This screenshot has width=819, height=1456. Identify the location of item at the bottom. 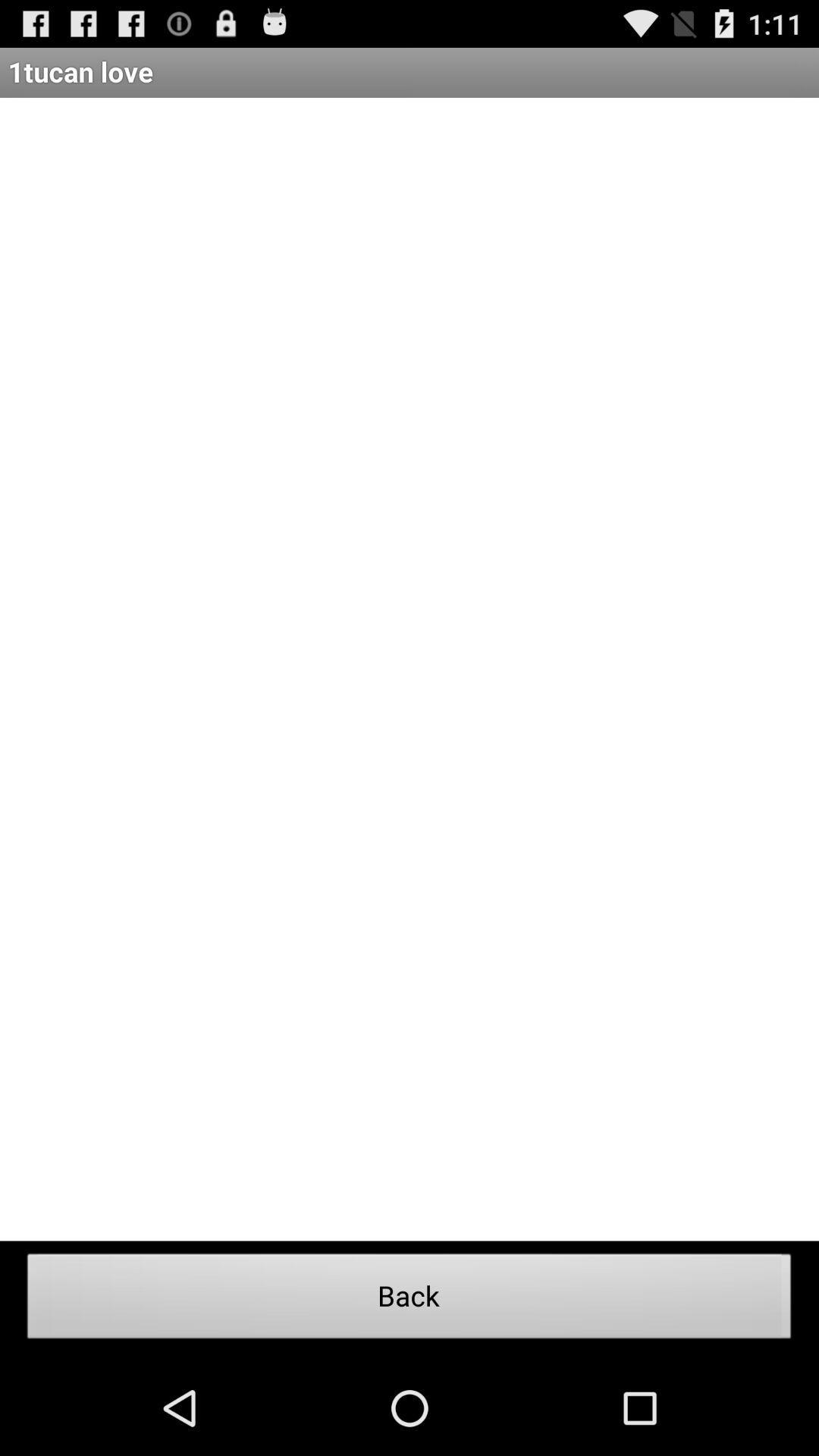
(409, 1300).